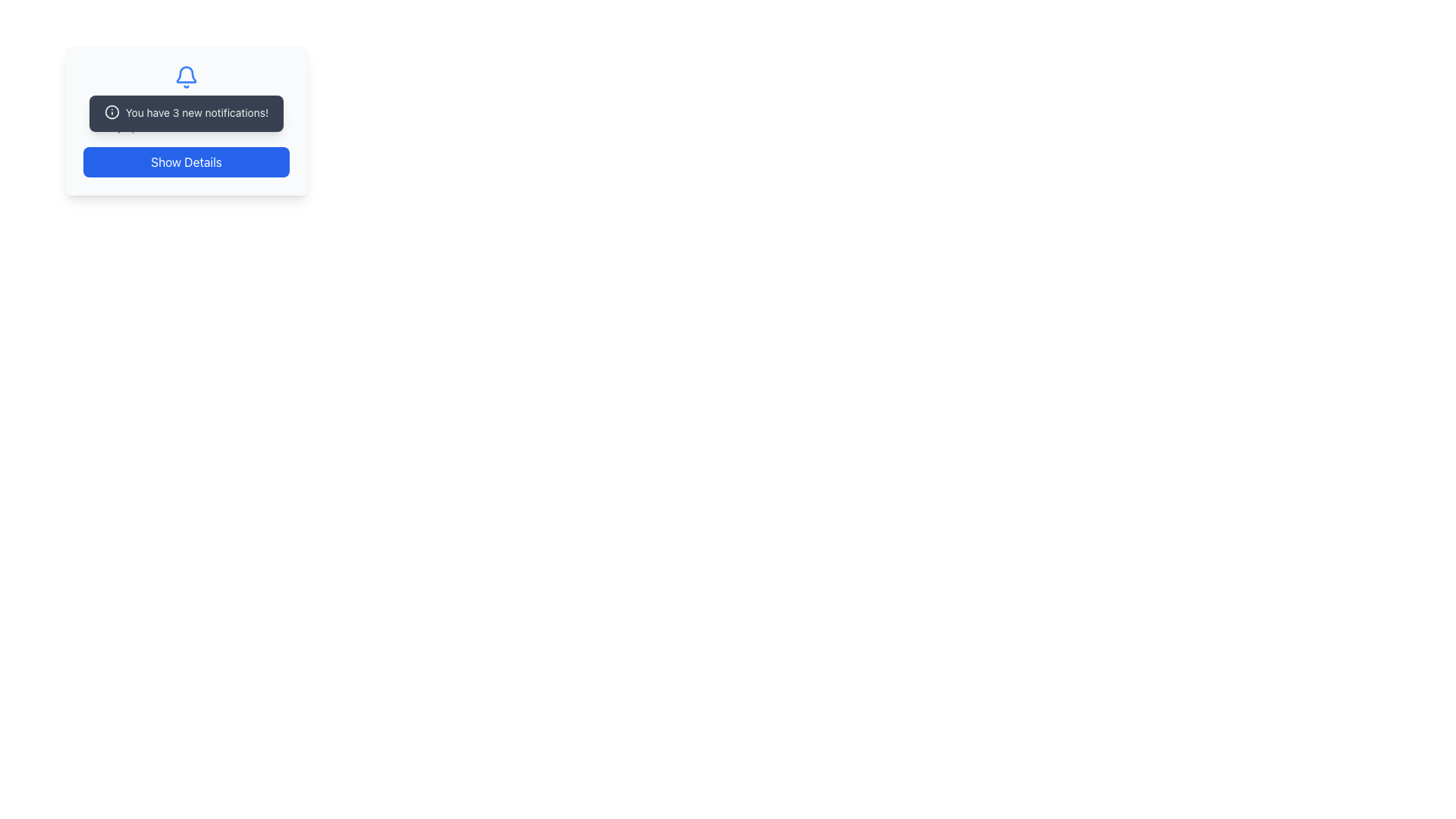 The image size is (1456, 819). I want to click on the notification message displaying 'You have 3 new notifications!' which is styled in a dark rectangular box with rounded corners, located below the blue bell icon, so click(185, 120).